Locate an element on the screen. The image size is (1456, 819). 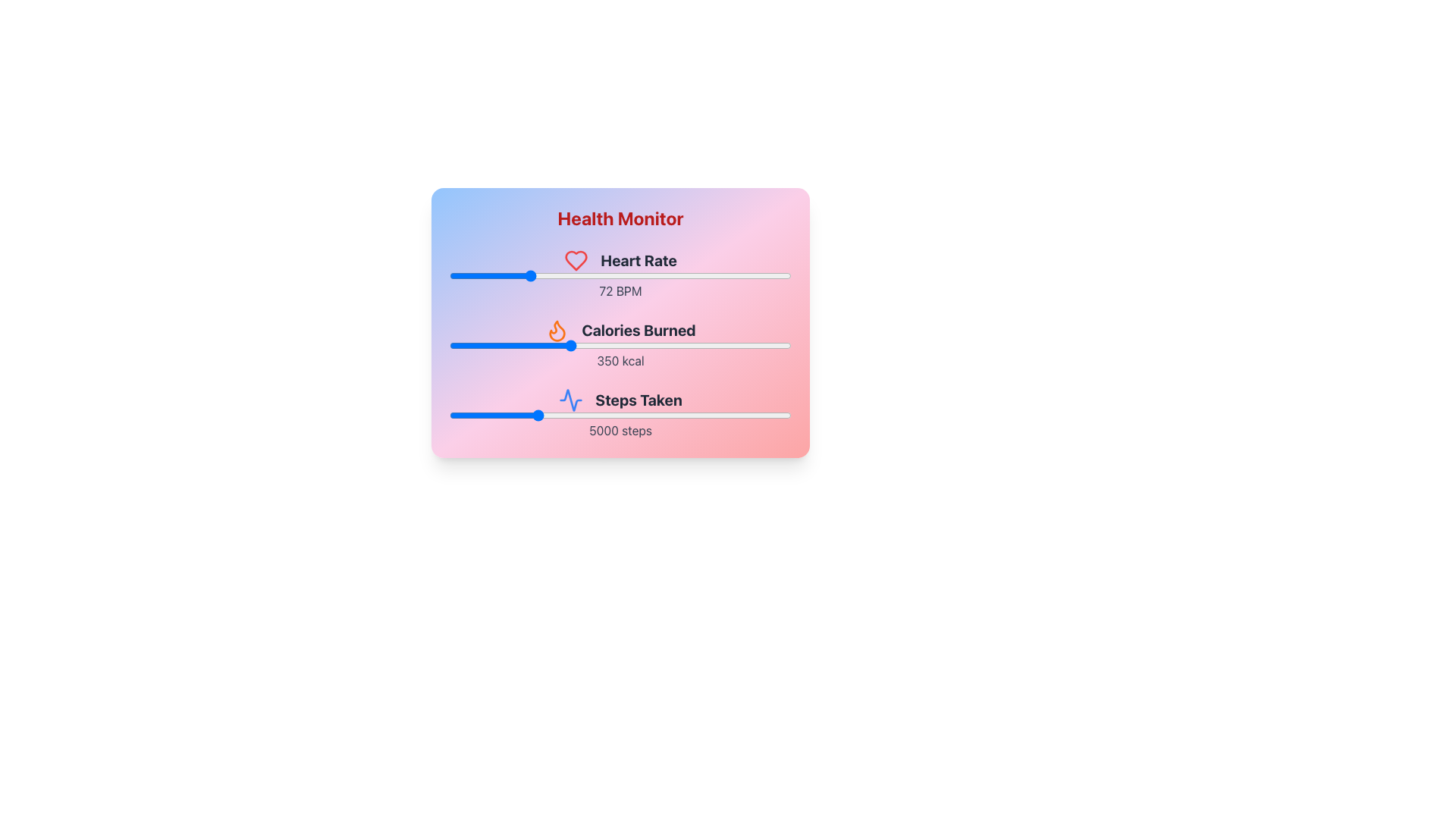
the step count is located at coordinates (712, 415).